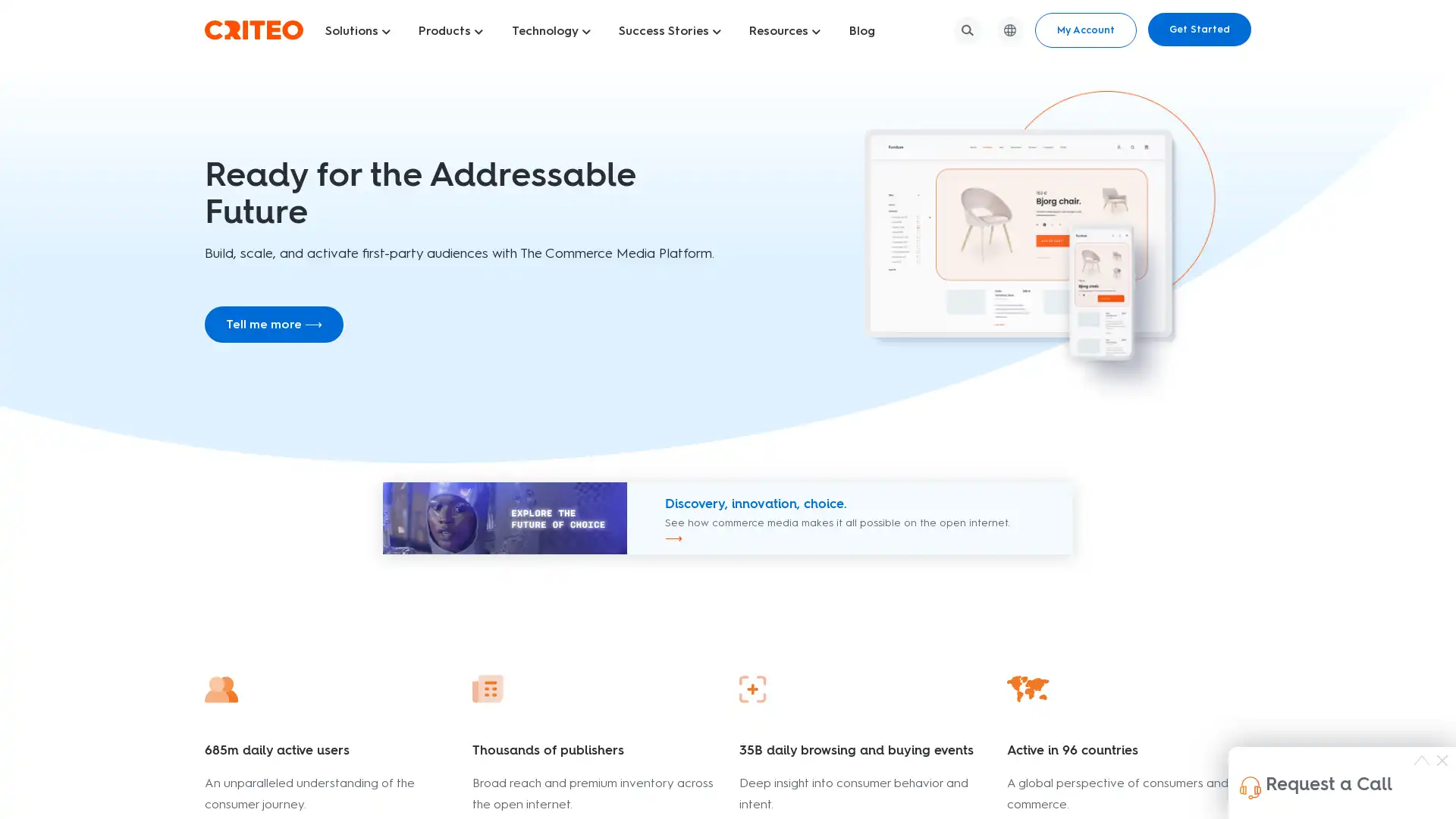 The image size is (1456, 819). Describe the element at coordinates (967, 29) in the screenshot. I see `search` at that location.